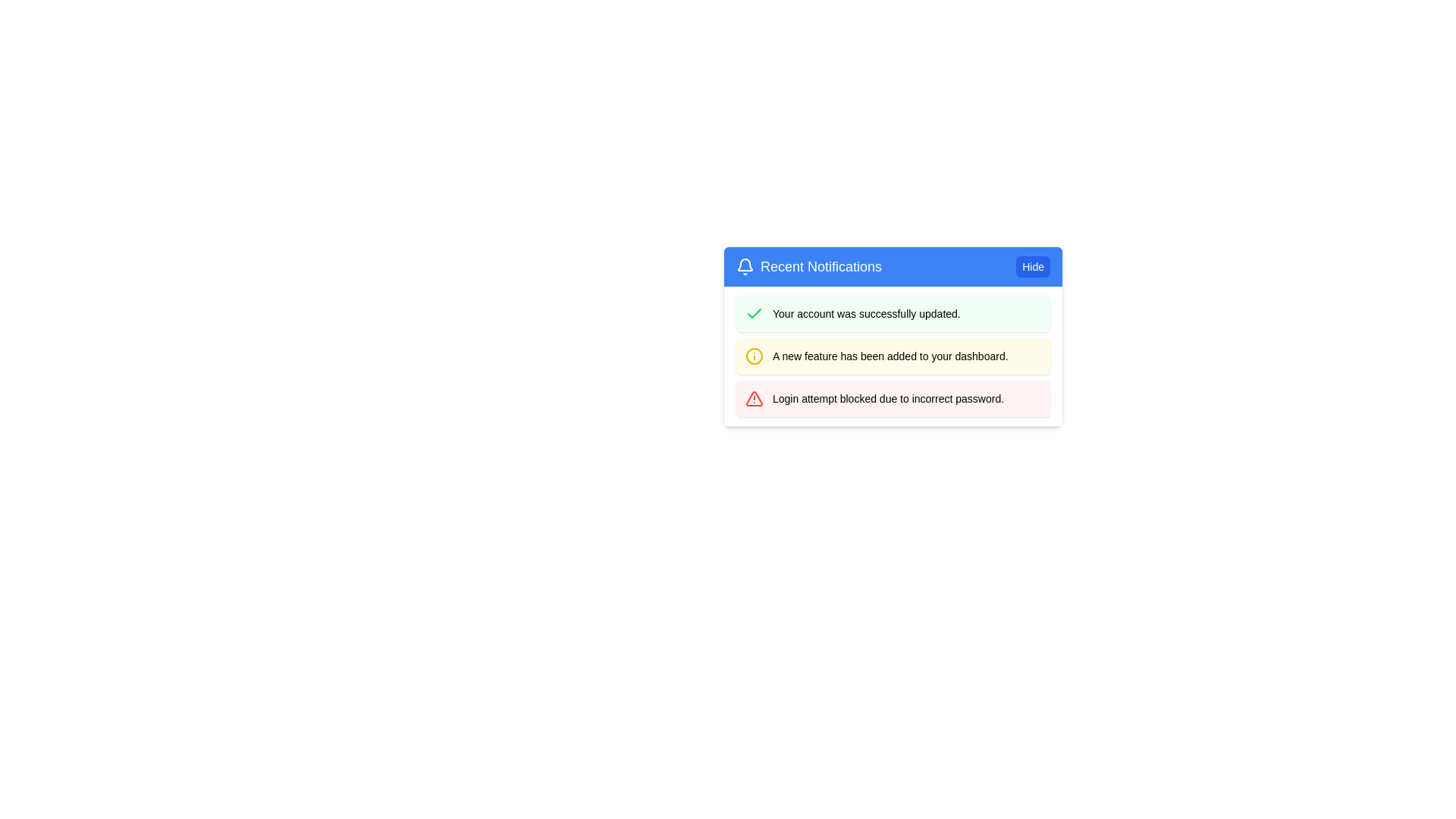  Describe the element at coordinates (888, 397) in the screenshot. I see `informational warning message indicating a blocked login attempt due to an incorrect password, located in the alert box with a light red background at the bottom of the 'Recent Notifications' list` at that location.